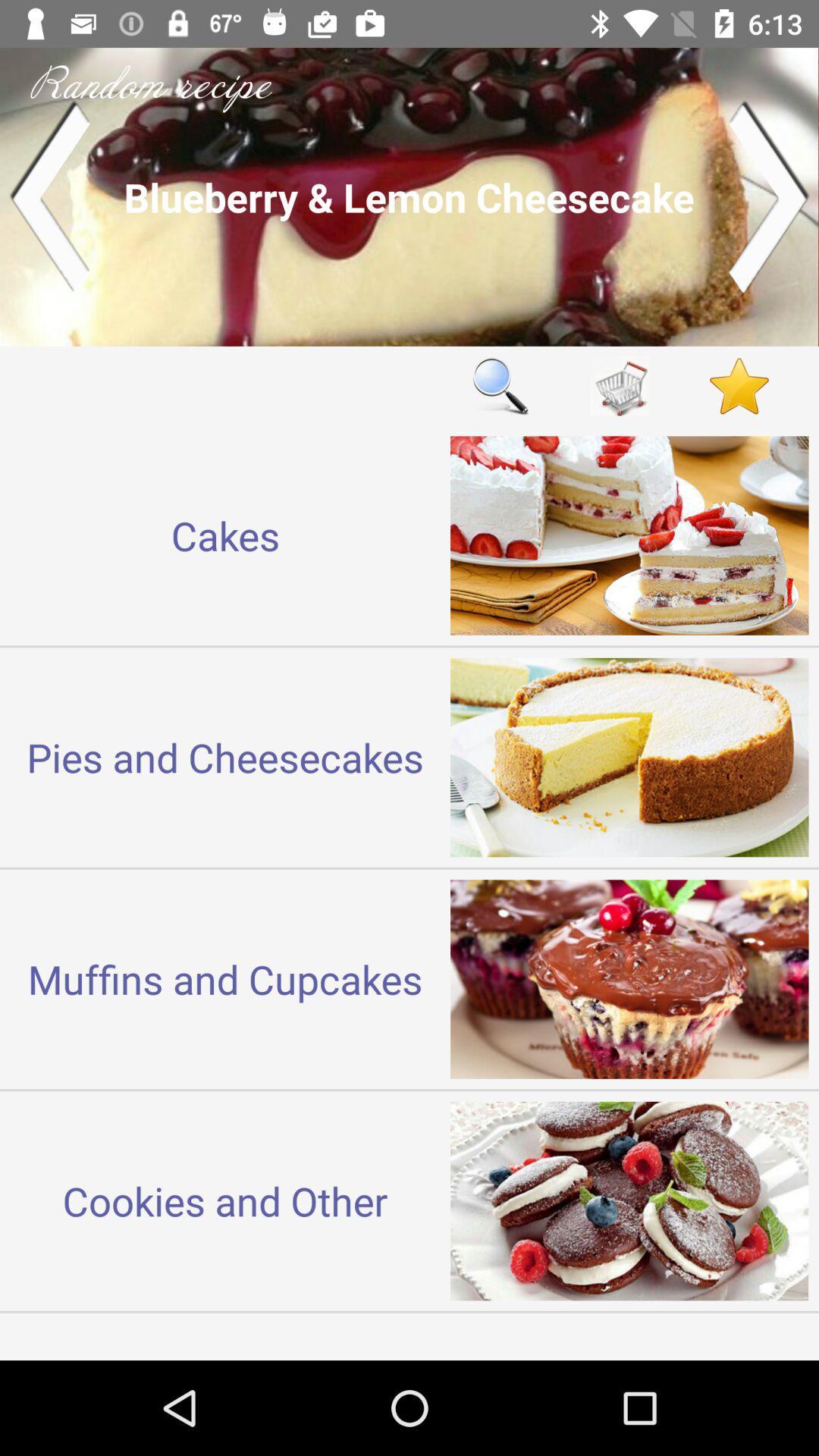 This screenshot has height=1456, width=819. What do you see at coordinates (739, 386) in the screenshot?
I see `like page` at bounding box center [739, 386].